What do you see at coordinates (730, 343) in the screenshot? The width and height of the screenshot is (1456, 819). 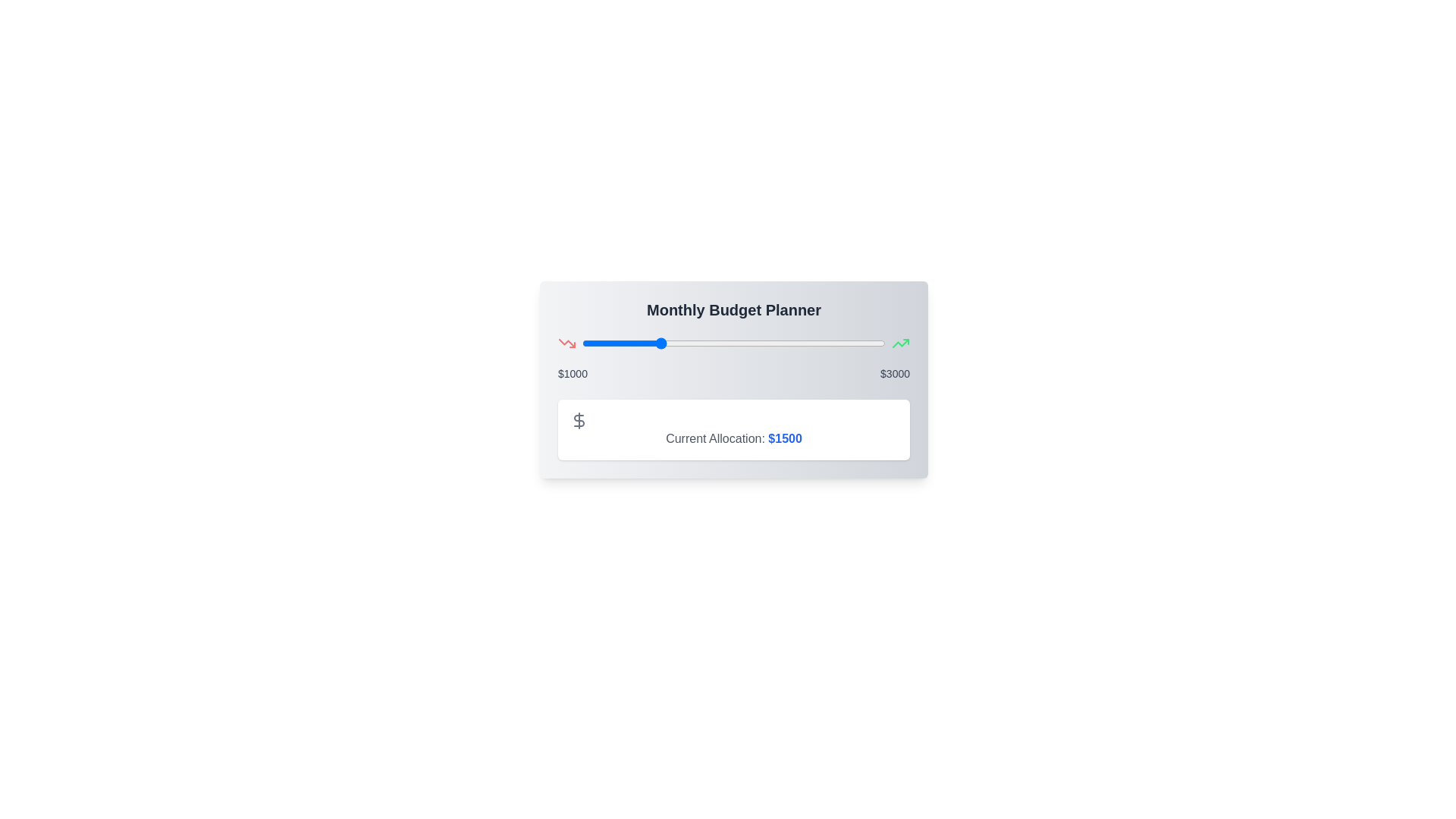 I see `the slider to set the budget allocation to 1974 dollars` at bounding box center [730, 343].